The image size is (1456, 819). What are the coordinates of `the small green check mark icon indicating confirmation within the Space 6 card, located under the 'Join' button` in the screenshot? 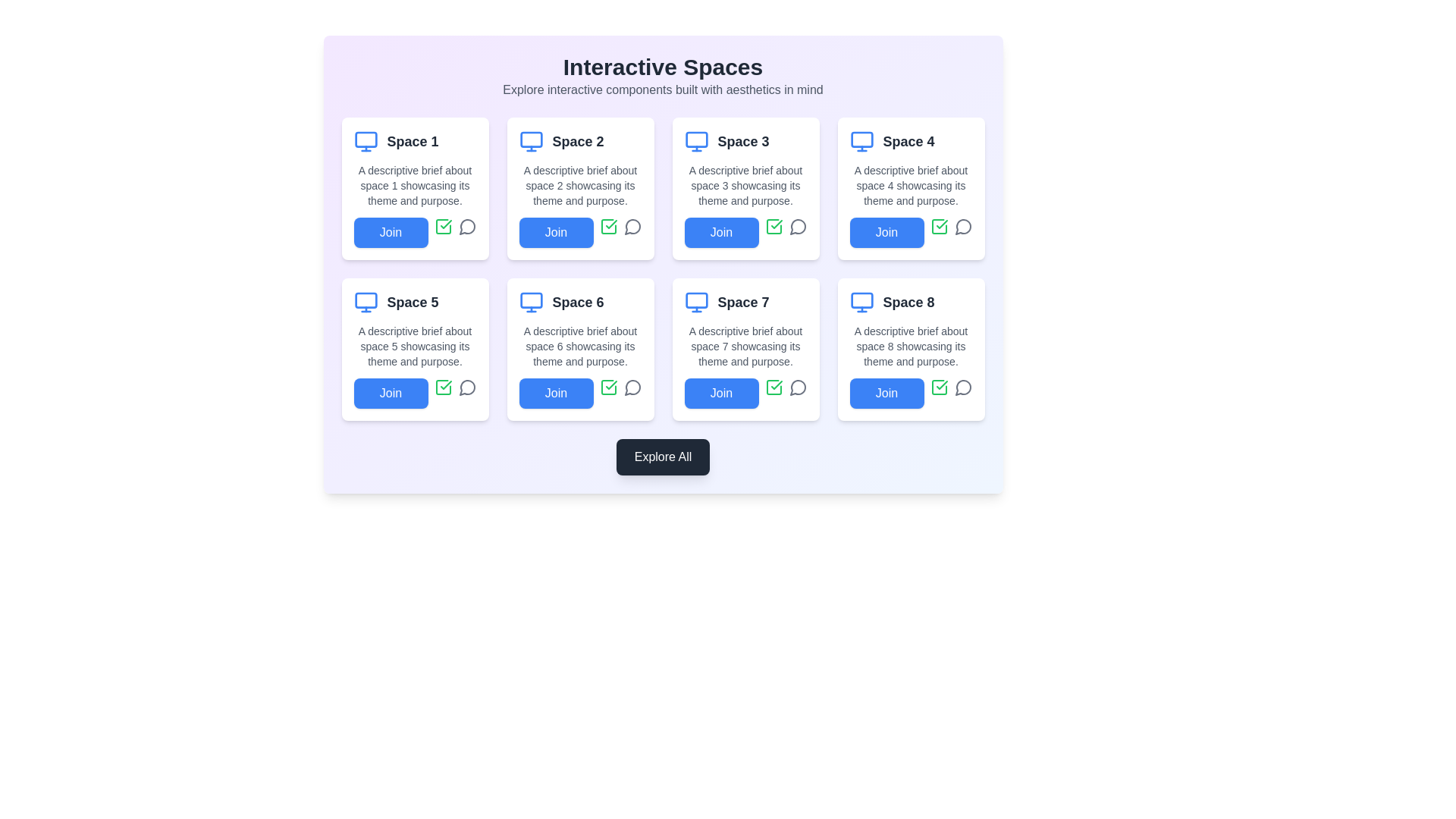 It's located at (611, 384).